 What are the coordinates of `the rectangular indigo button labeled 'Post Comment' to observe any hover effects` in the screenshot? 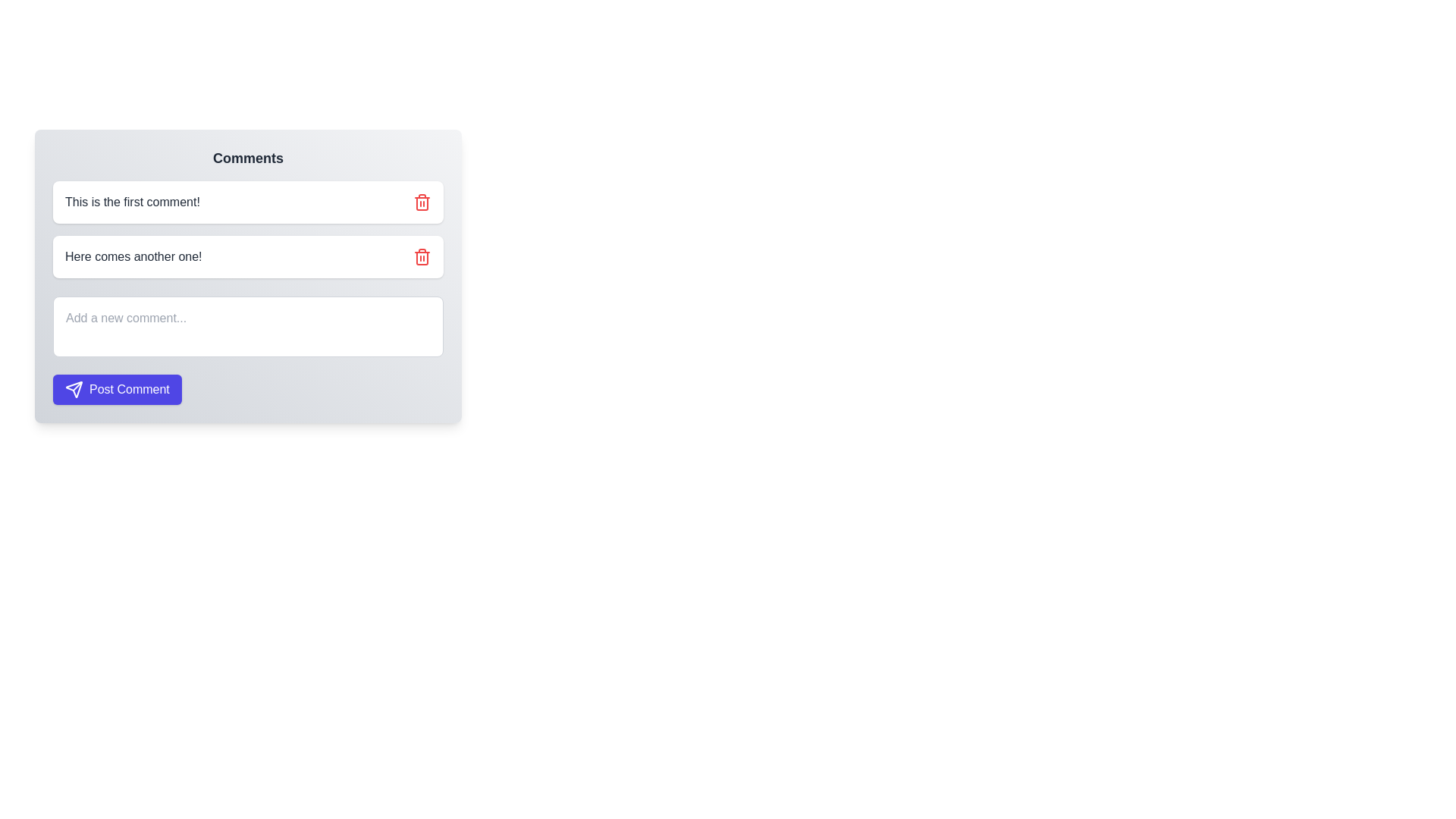 It's located at (116, 388).